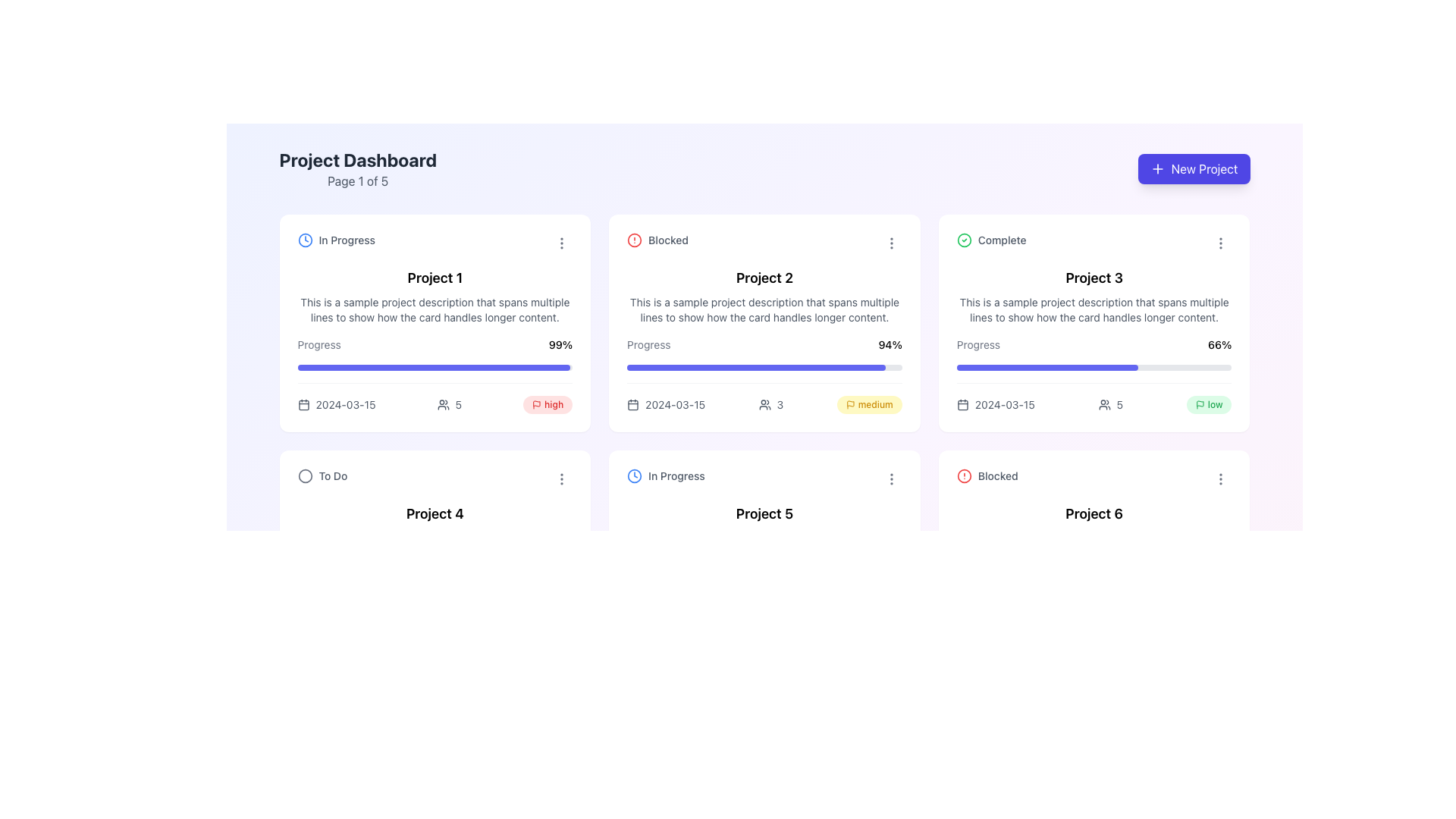 This screenshot has width=1456, height=819. I want to click on the date value '2024-03-15' displayed in greyish tone, styled with class 'text-sm' in the leftmost project card of the dashboard interface, so click(345, 403).